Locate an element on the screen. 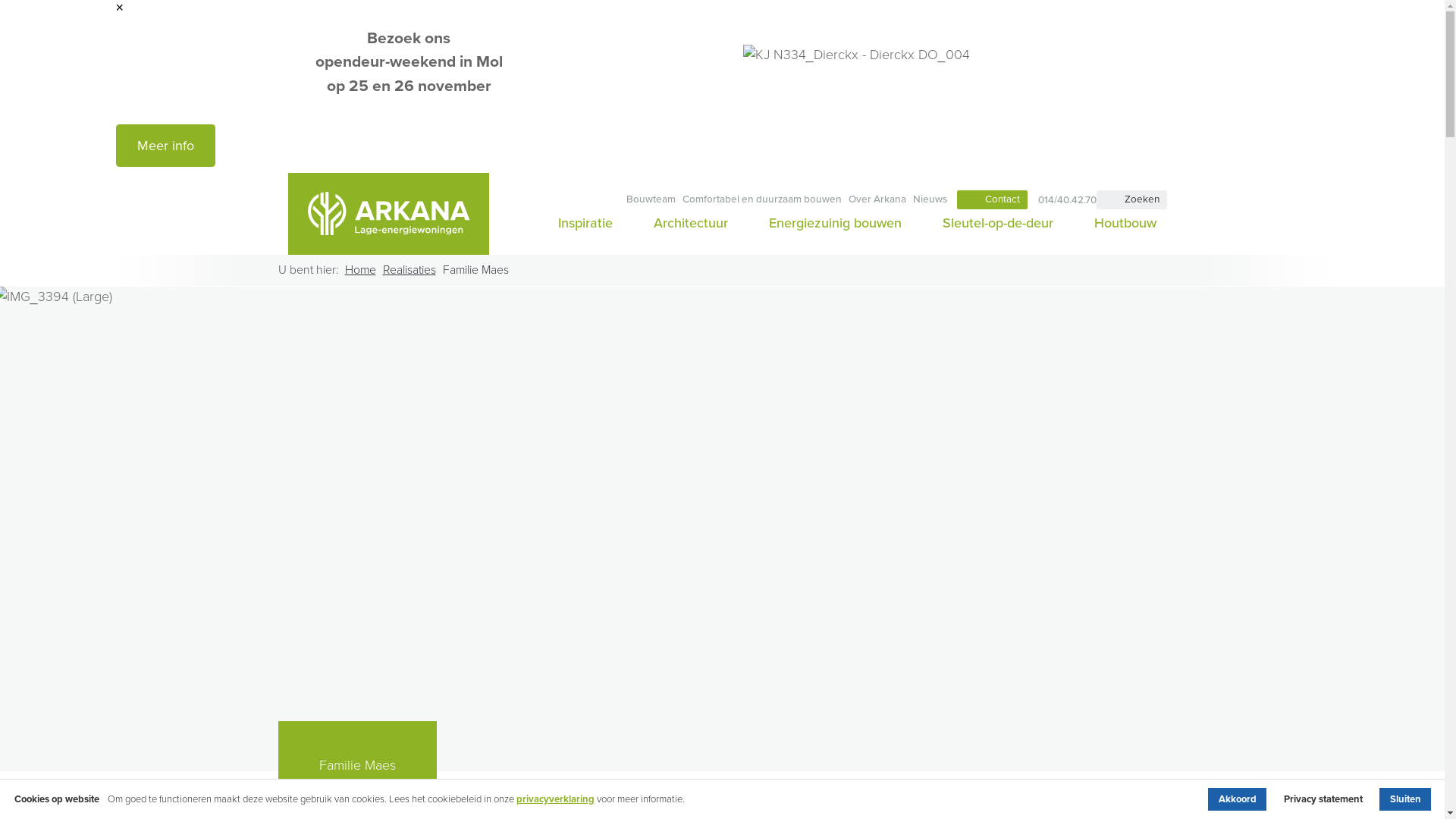 This screenshot has height=819, width=1456. 'Zoeken' is located at coordinates (1131, 199).